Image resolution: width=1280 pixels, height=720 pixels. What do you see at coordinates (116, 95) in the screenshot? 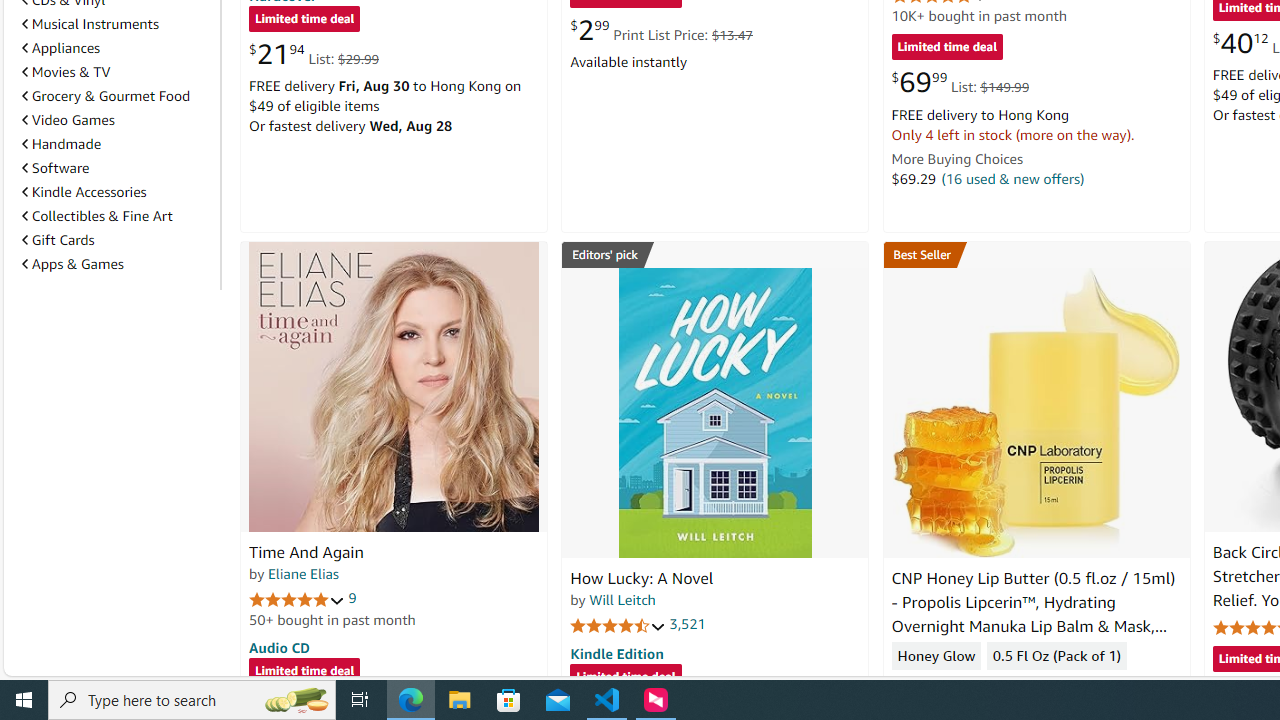
I see `'Grocery & Gourmet Food'` at bounding box center [116, 95].